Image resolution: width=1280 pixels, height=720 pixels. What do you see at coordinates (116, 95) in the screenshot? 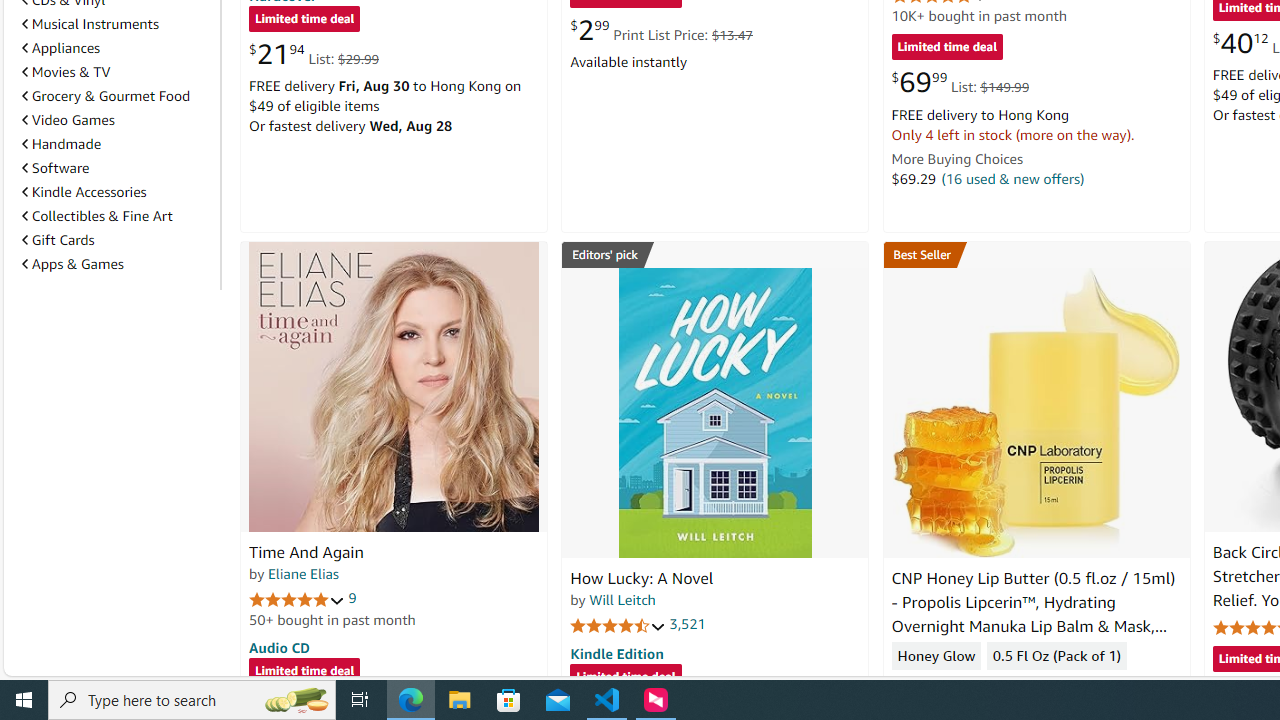
I see `'Grocery & Gourmet Food'` at bounding box center [116, 95].